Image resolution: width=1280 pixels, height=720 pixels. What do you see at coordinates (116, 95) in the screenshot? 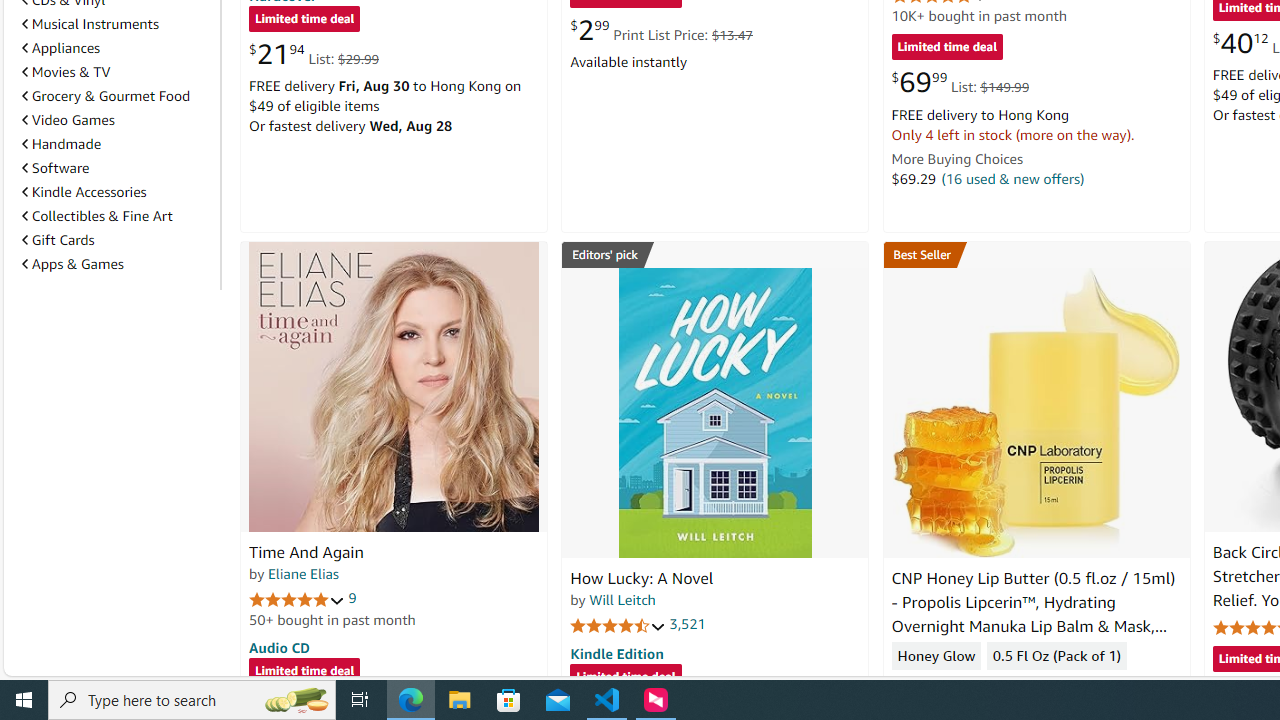
I see `'Grocery & Gourmet Food'` at bounding box center [116, 95].